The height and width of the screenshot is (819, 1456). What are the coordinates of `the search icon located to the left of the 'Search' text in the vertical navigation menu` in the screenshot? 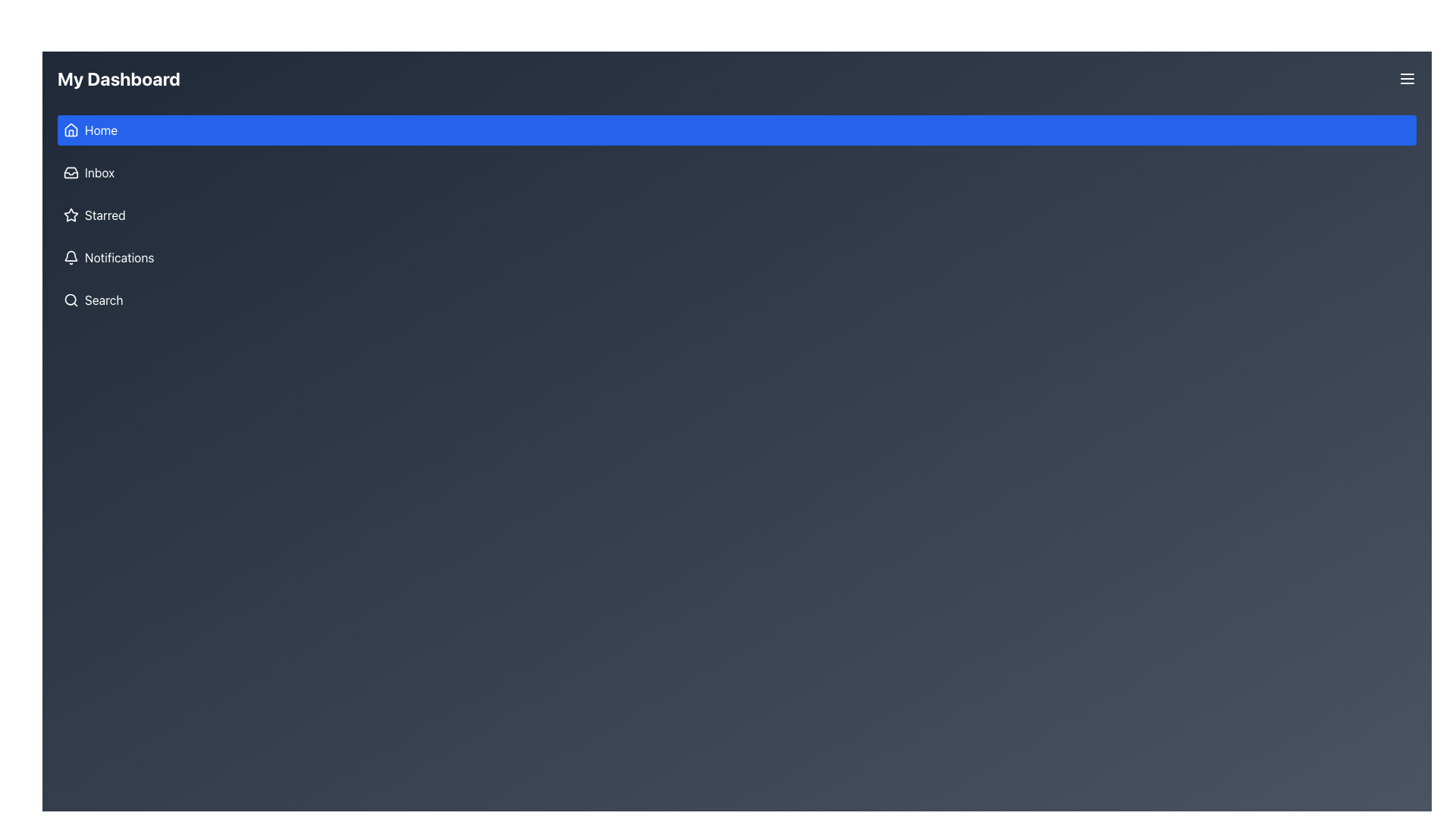 It's located at (71, 300).